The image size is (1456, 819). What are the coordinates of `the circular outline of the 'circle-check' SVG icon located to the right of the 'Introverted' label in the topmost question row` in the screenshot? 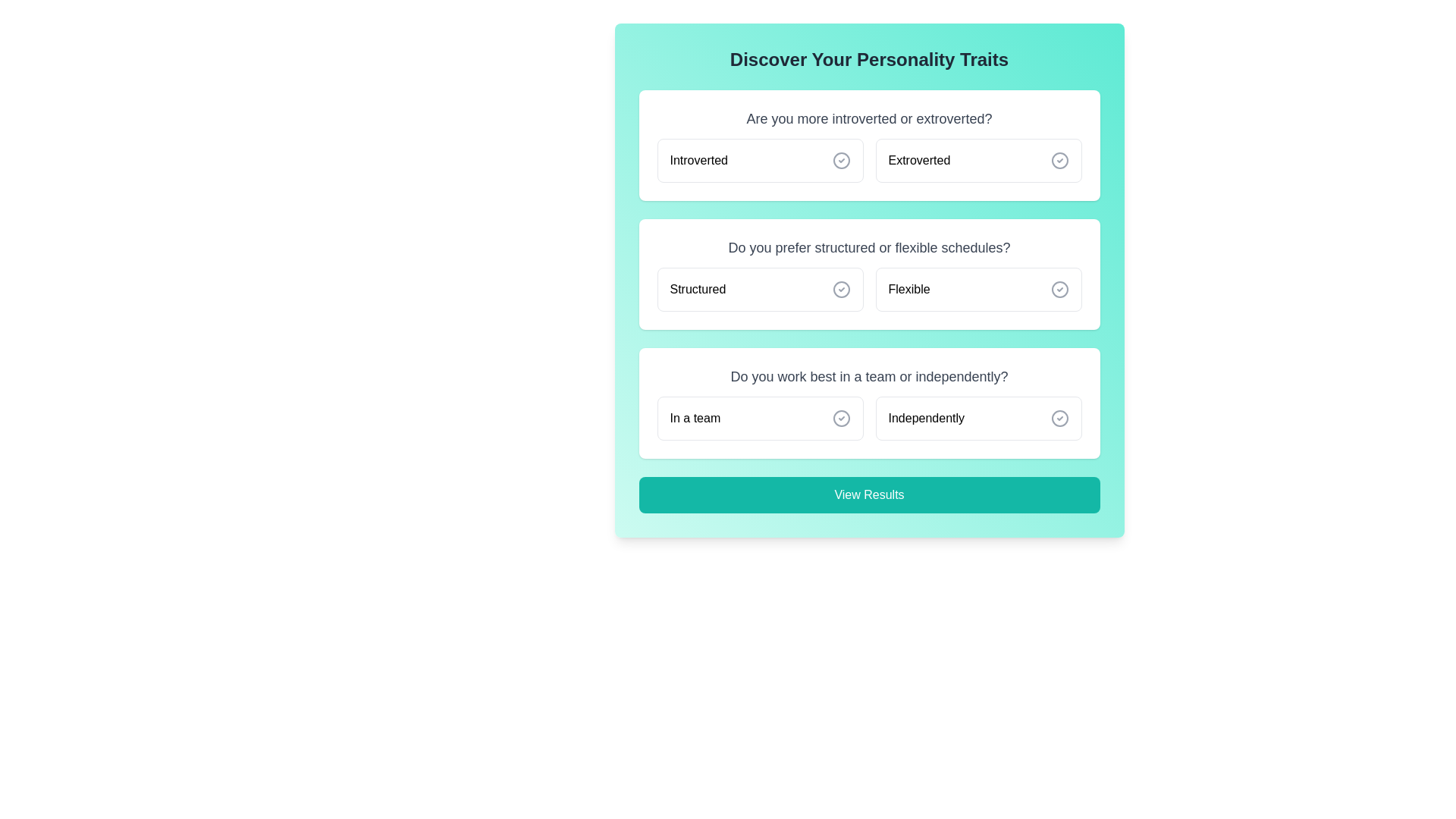 It's located at (840, 161).